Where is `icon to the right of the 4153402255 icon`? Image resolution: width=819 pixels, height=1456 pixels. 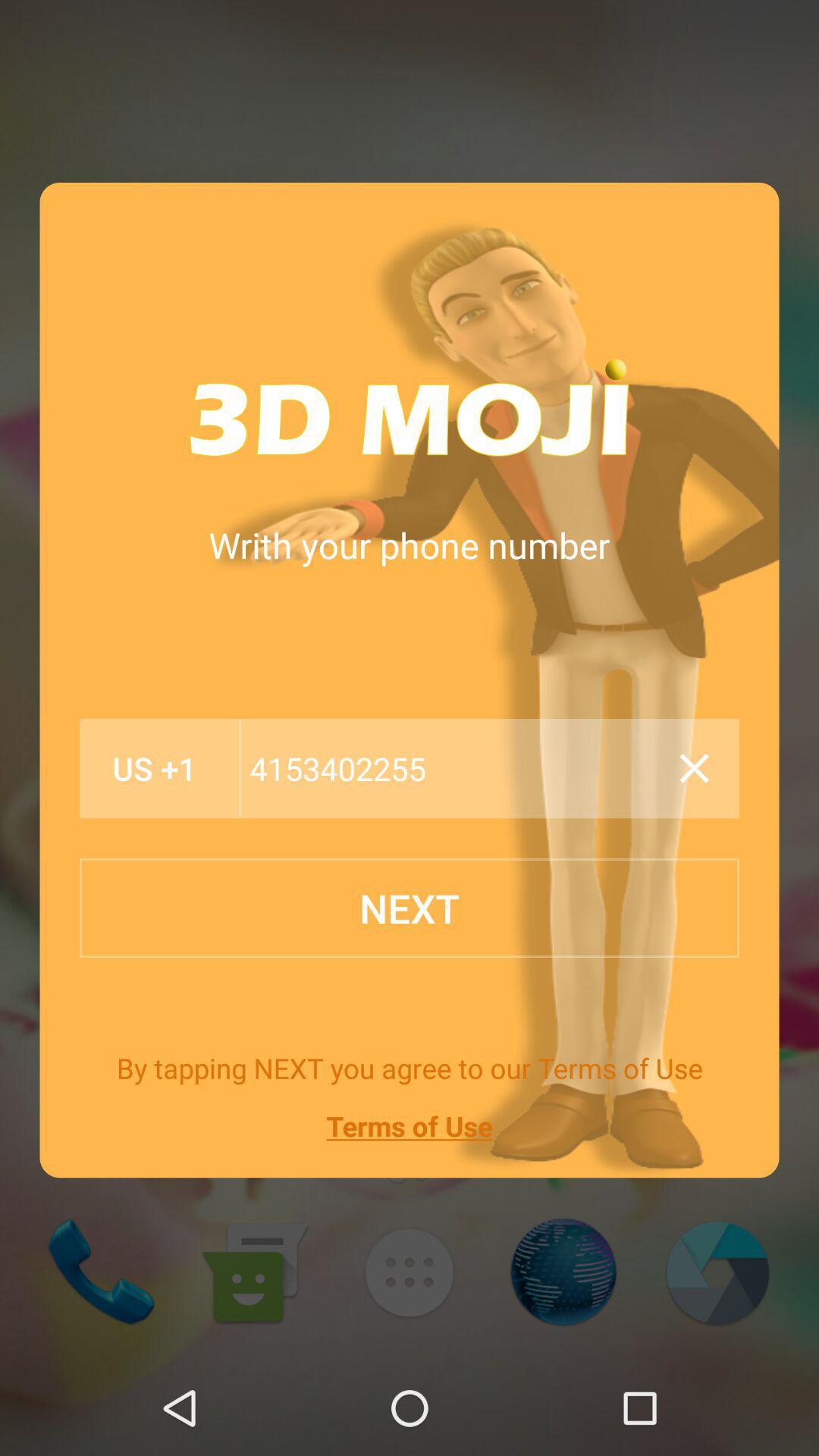 icon to the right of the 4153402255 icon is located at coordinates (694, 768).